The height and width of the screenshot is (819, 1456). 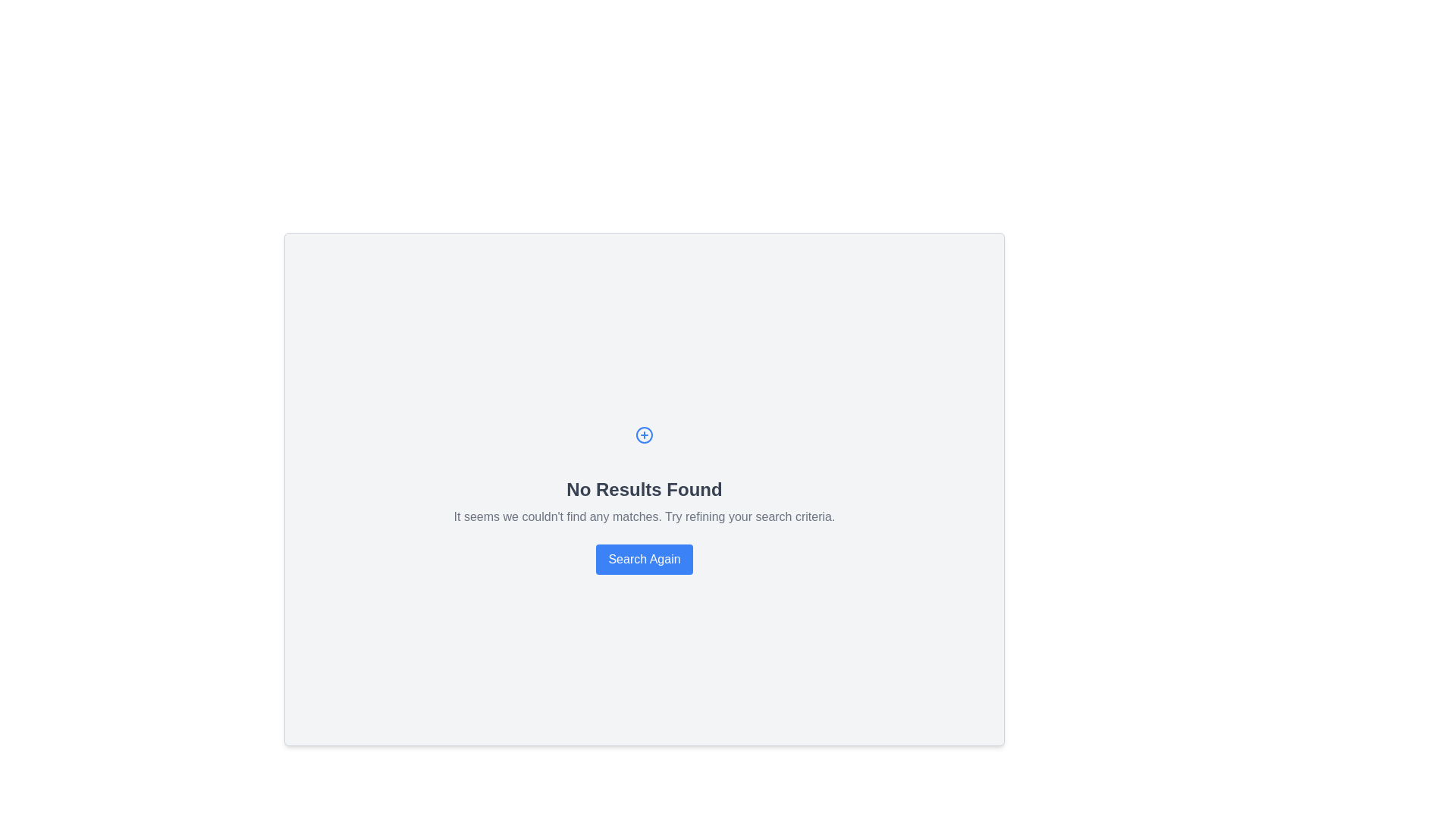 I want to click on the circular icon with a blue outline and a plus sign, which is centrally aligned within the gray panel above the 'No Results Found' notification, so click(x=644, y=435).